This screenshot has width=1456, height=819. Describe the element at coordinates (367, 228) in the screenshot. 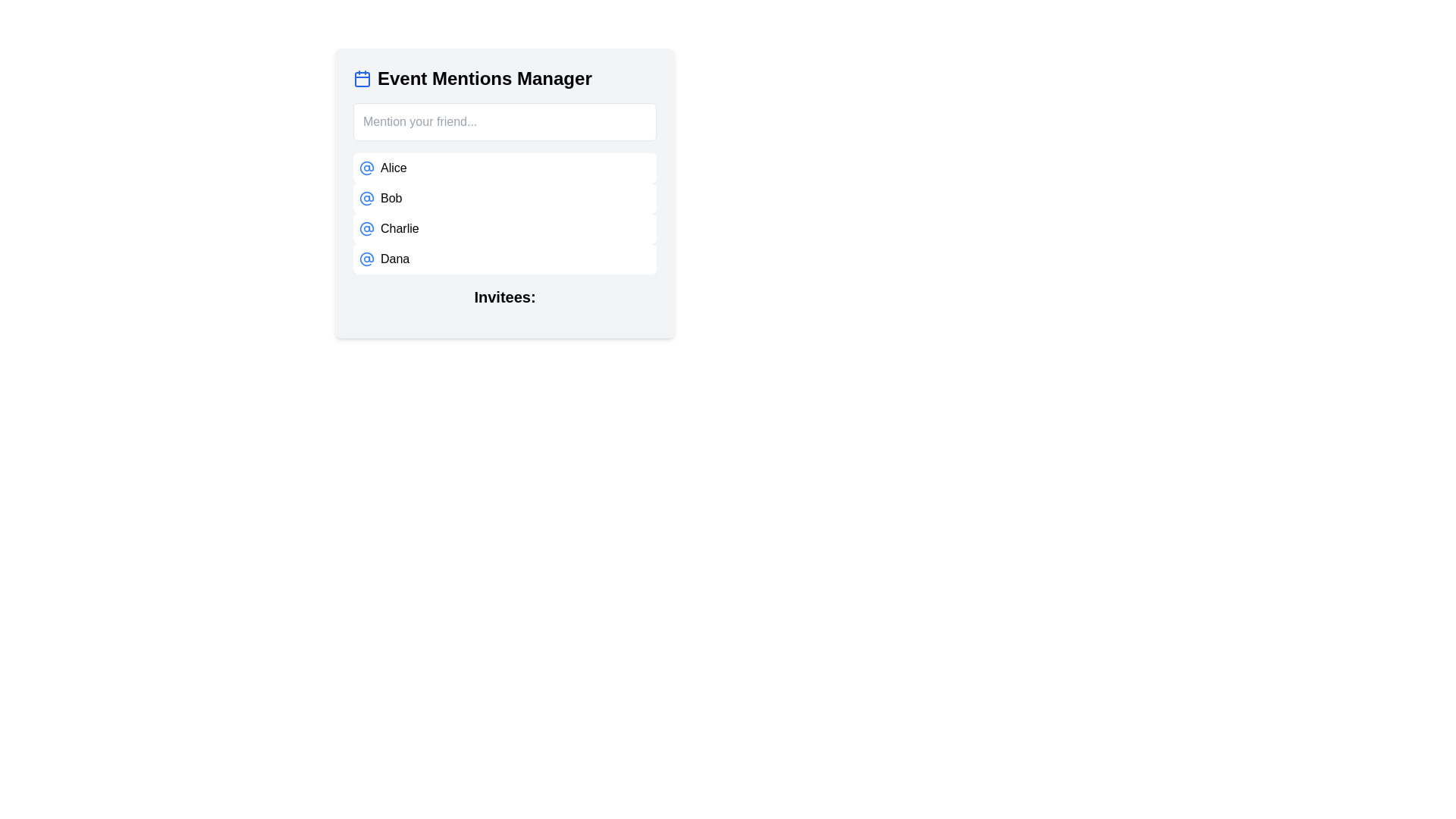

I see `the third '@' icon in the vertical list next to 'Charlie' in the invitee list` at that location.